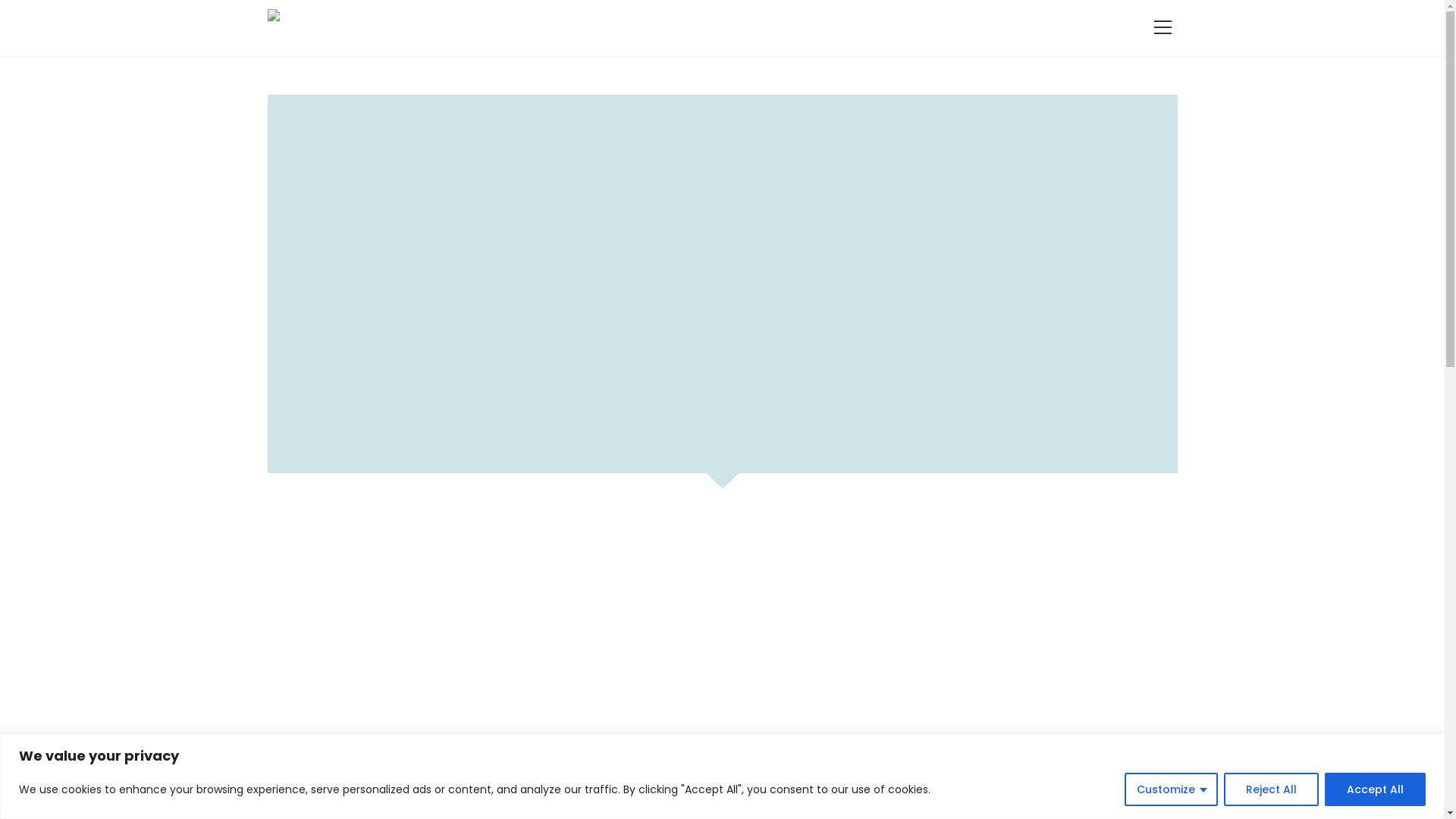  I want to click on 'Customize', so click(1125, 788).